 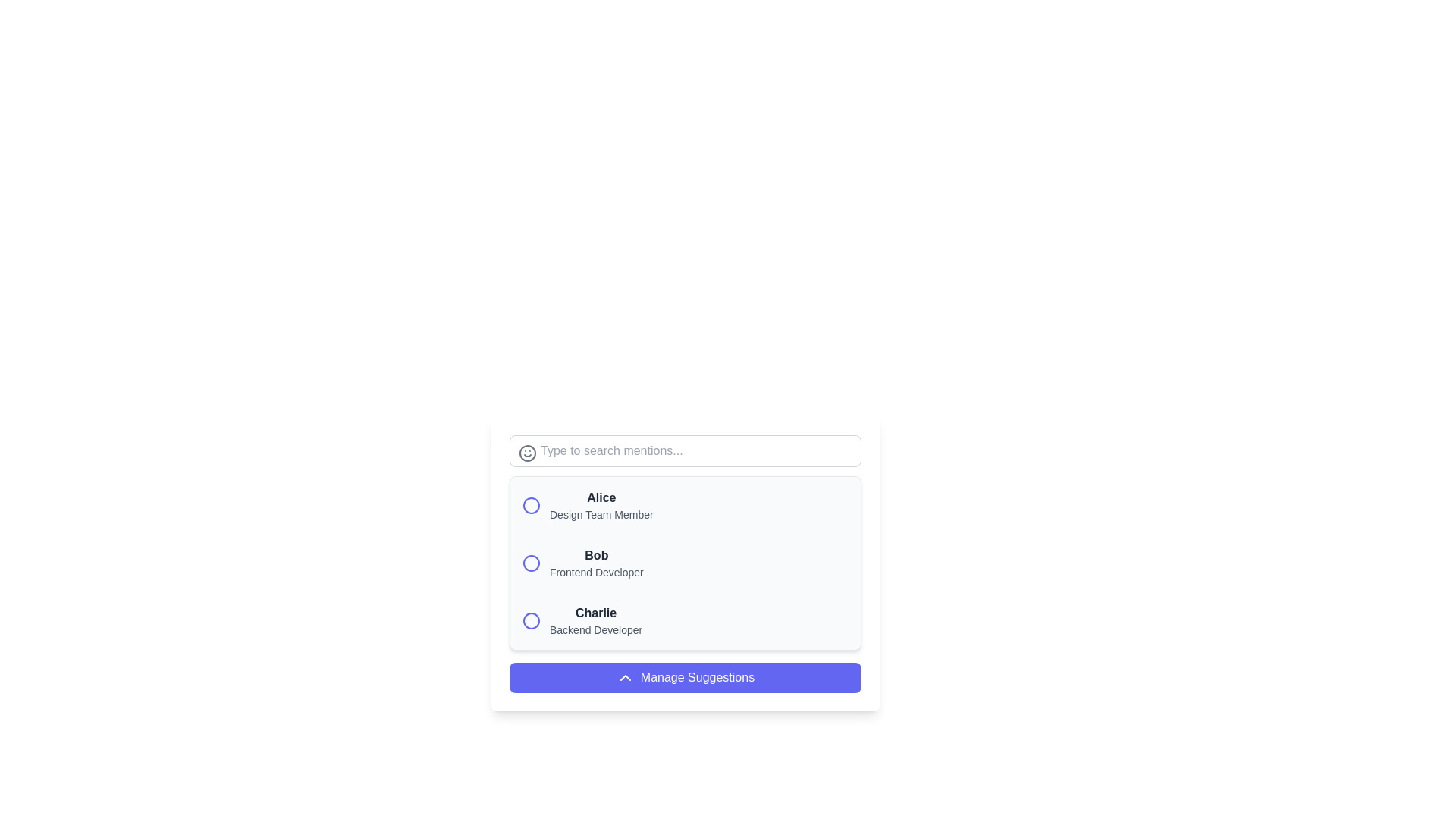 I want to click on the circular indigo blue icon with a plus-style design located to the left of the list item containing 'Charlie' and 'Backend Developer', so click(x=531, y=620).